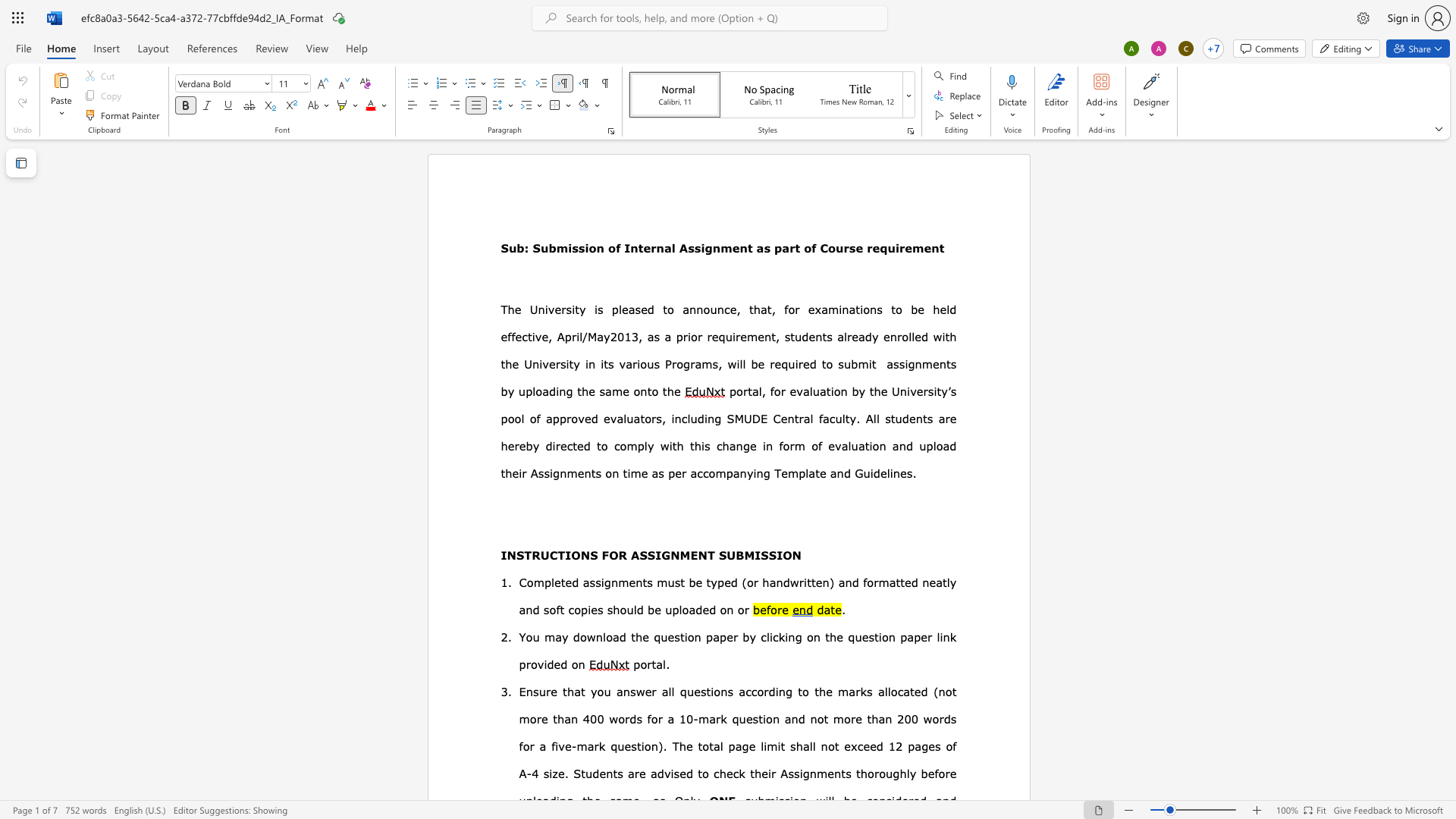 The image size is (1456, 819). Describe the element at coordinates (914, 745) in the screenshot. I see `the space between the continuous character "p" and "a" in the text` at that location.